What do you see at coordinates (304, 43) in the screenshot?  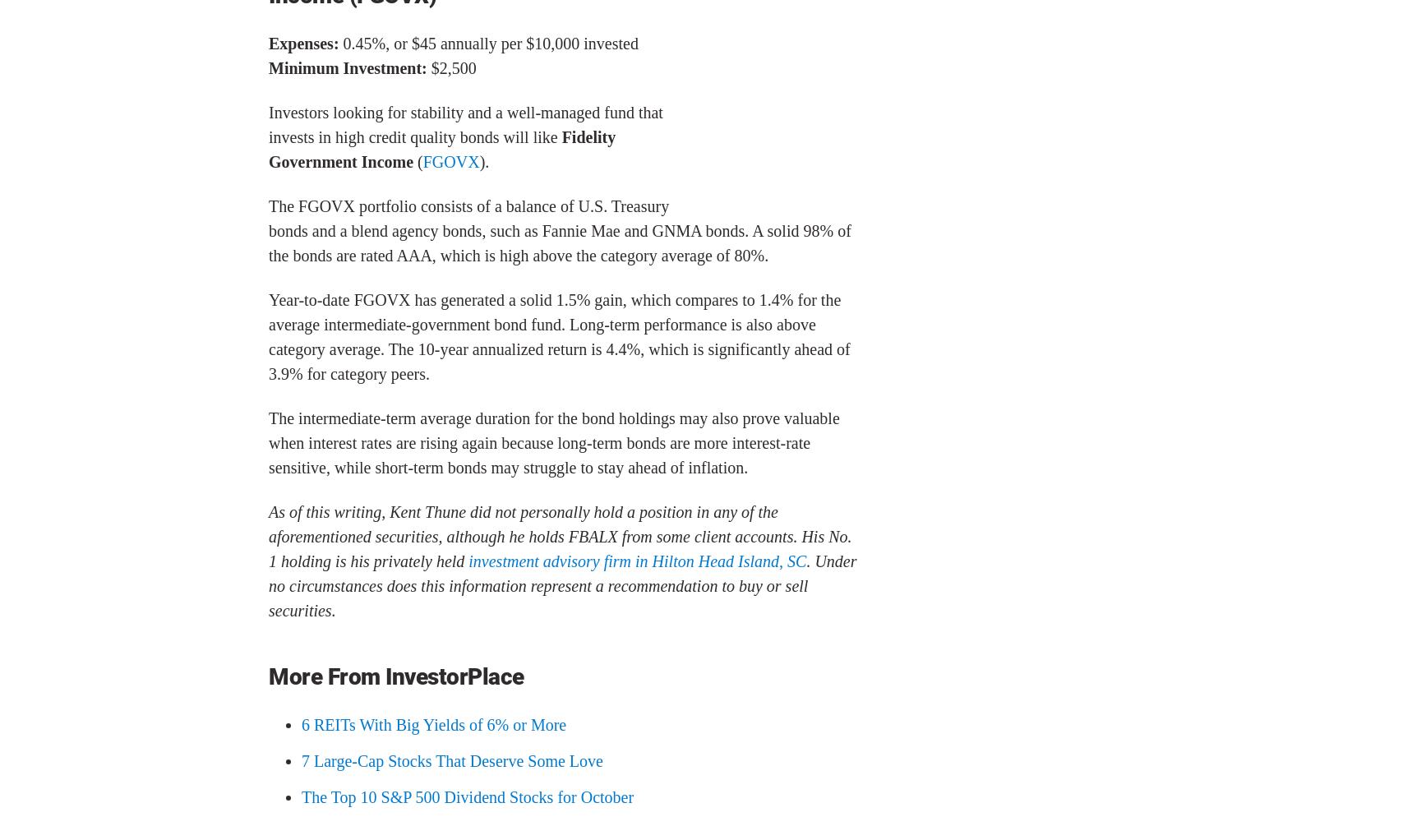 I see `'Expenses:'` at bounding box center [304, 43].